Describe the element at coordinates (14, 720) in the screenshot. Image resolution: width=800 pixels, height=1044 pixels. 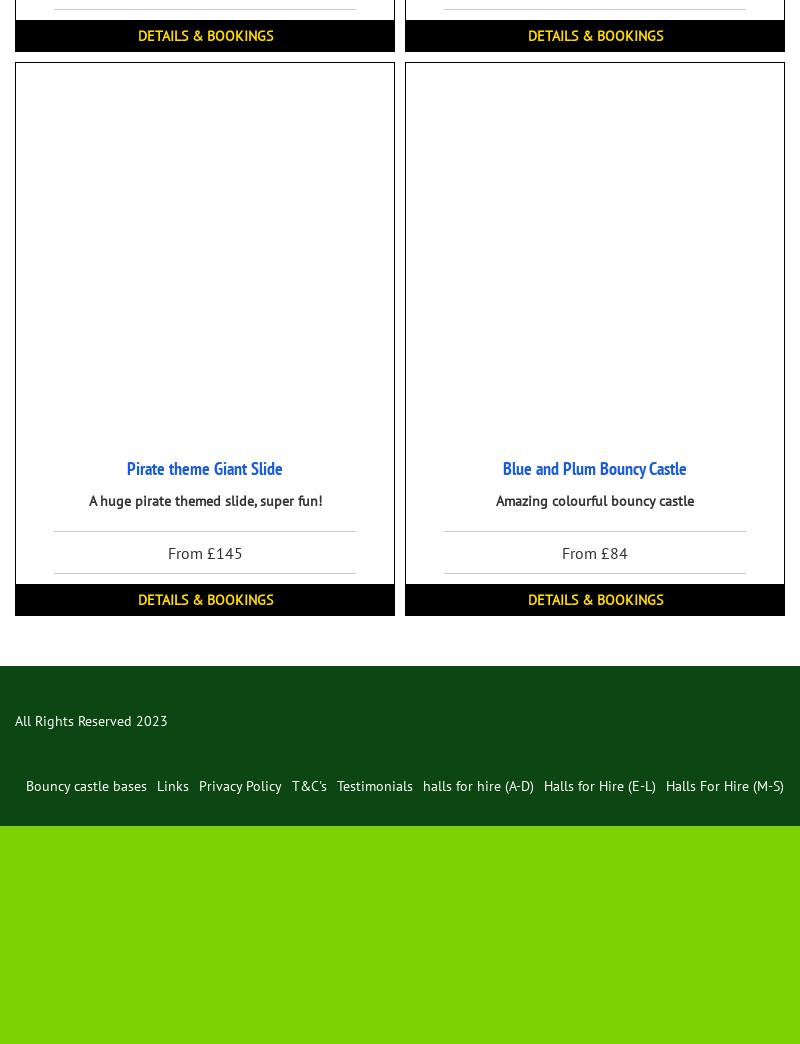
I see `'All Rights Reserved 2023'` at that location.